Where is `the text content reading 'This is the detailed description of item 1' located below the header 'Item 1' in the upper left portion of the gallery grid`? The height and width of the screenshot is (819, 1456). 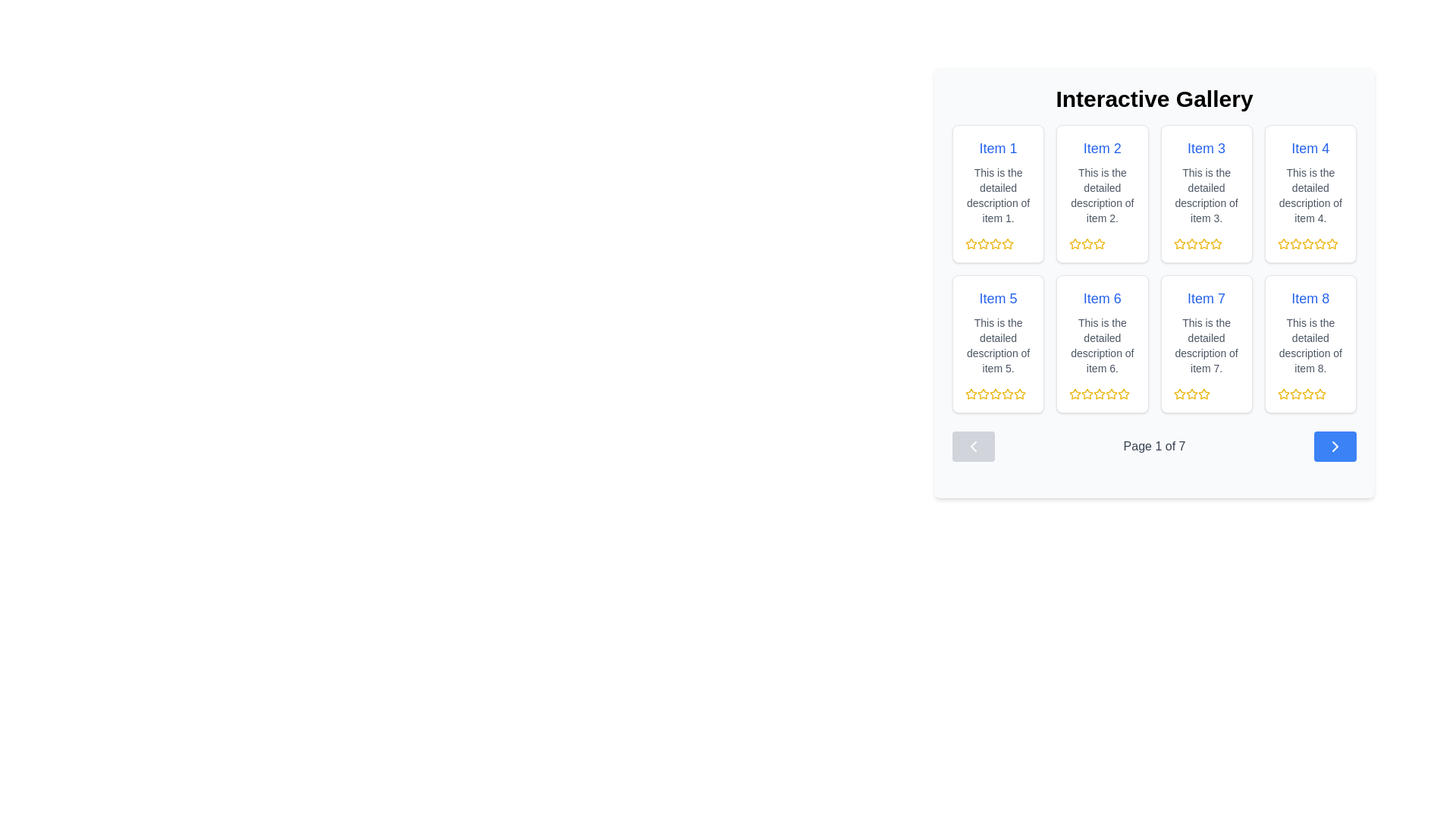 the text content reading 'This is the detailed description of item 1' located below the header 'Item 1' in the upper left portion of the gallery grid is located at coordinates (998, 195).